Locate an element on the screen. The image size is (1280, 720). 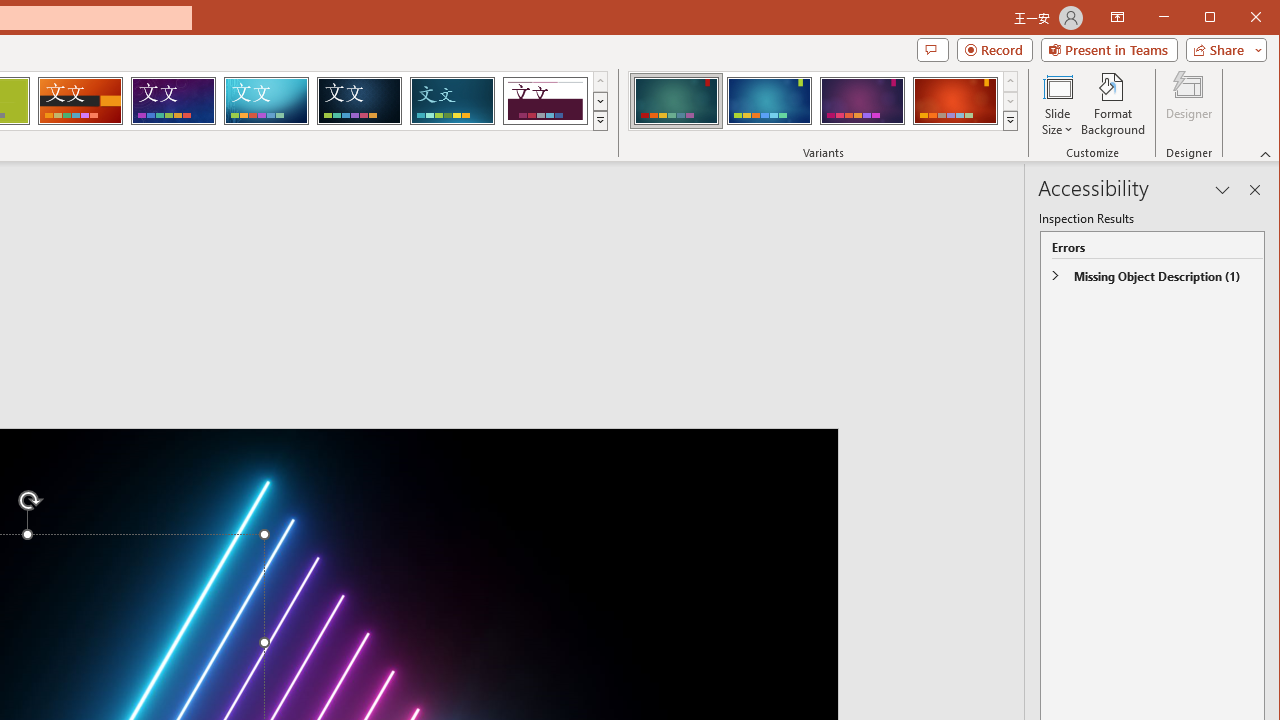
'Slide Size' is located at coordinates (1056, 104).